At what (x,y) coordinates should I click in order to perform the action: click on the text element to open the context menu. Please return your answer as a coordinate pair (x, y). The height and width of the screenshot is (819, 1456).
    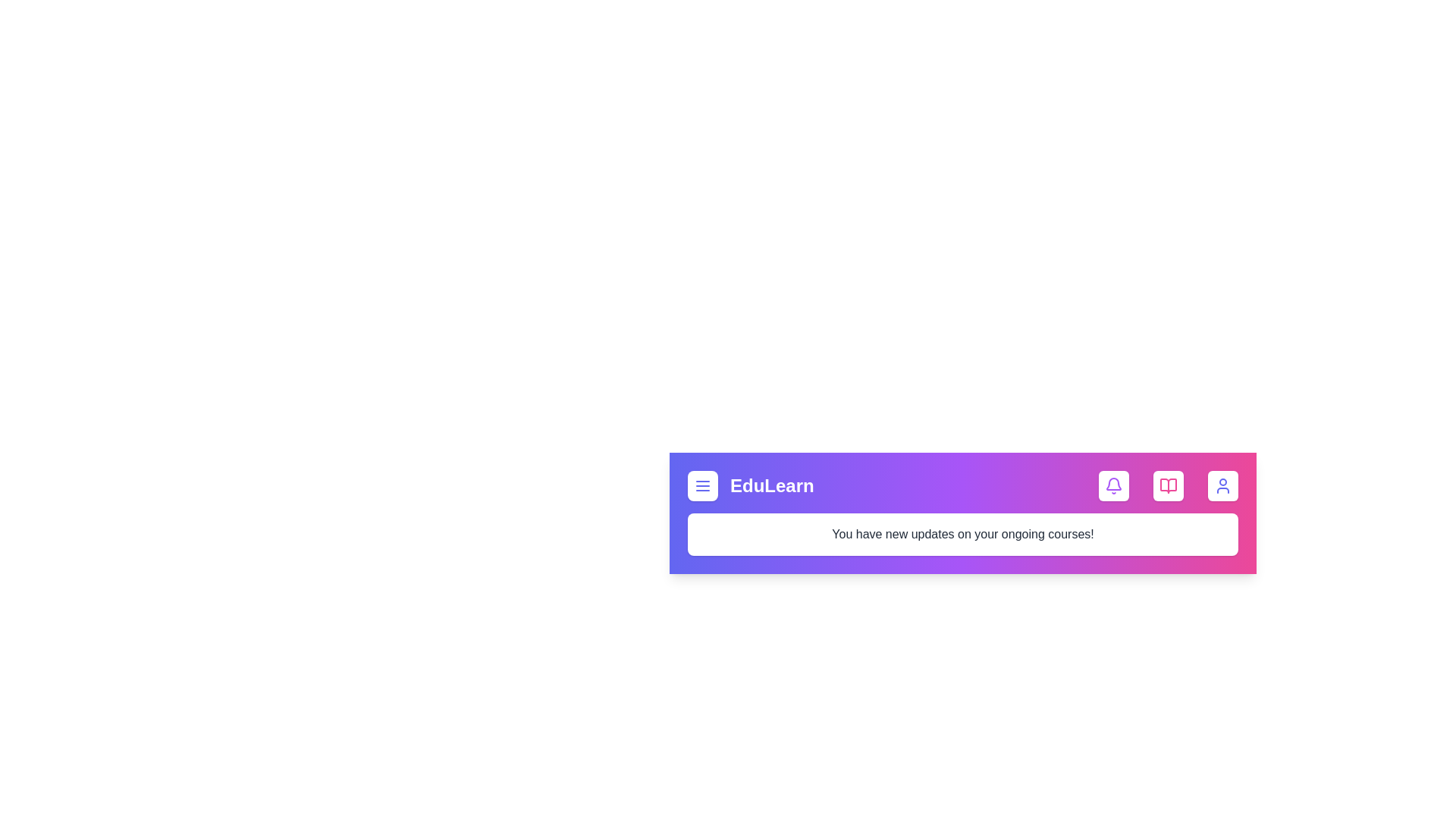
    Looking at the image, I should click on (962, 534).